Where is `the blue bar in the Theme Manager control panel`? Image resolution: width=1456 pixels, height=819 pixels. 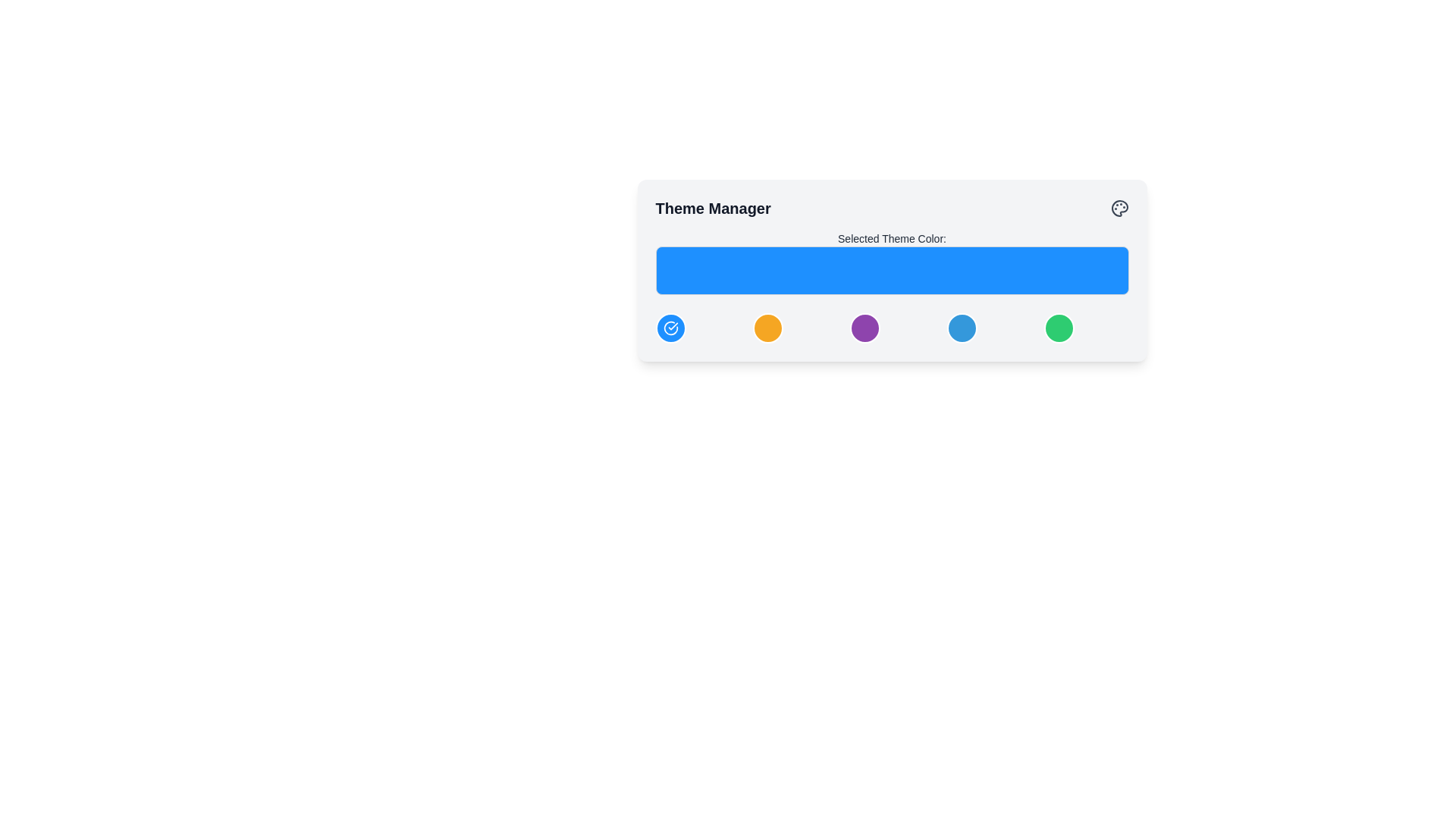 the blue bar in the Theme Manager control panel is located at coordinates (892, 270).